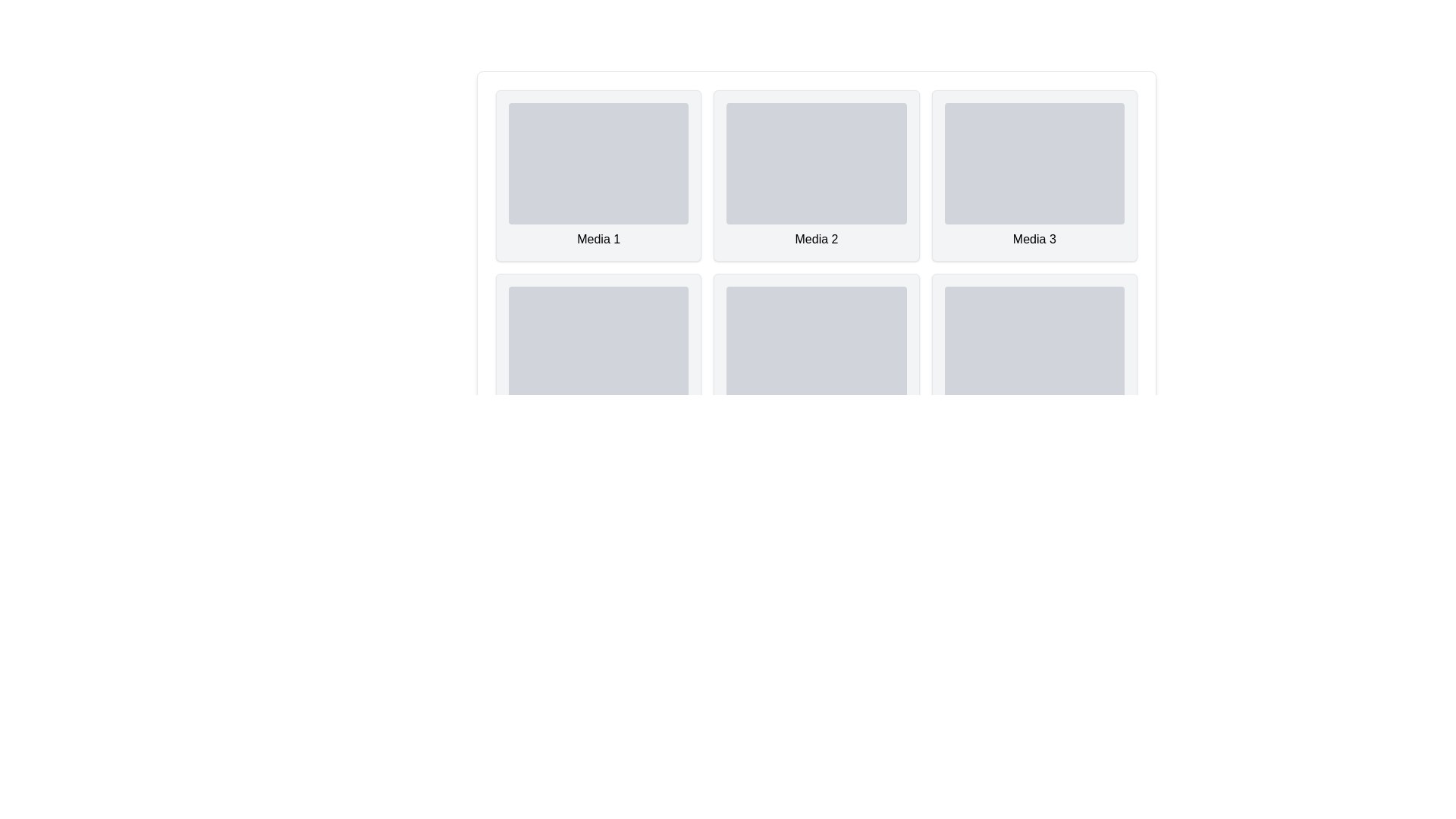 This screenshot has height=819, width=1456. I want to click on text label displaying 'Media 3' located below the gray rectangular placeholder in the third card of a horizontal series, so click(1034, 239).